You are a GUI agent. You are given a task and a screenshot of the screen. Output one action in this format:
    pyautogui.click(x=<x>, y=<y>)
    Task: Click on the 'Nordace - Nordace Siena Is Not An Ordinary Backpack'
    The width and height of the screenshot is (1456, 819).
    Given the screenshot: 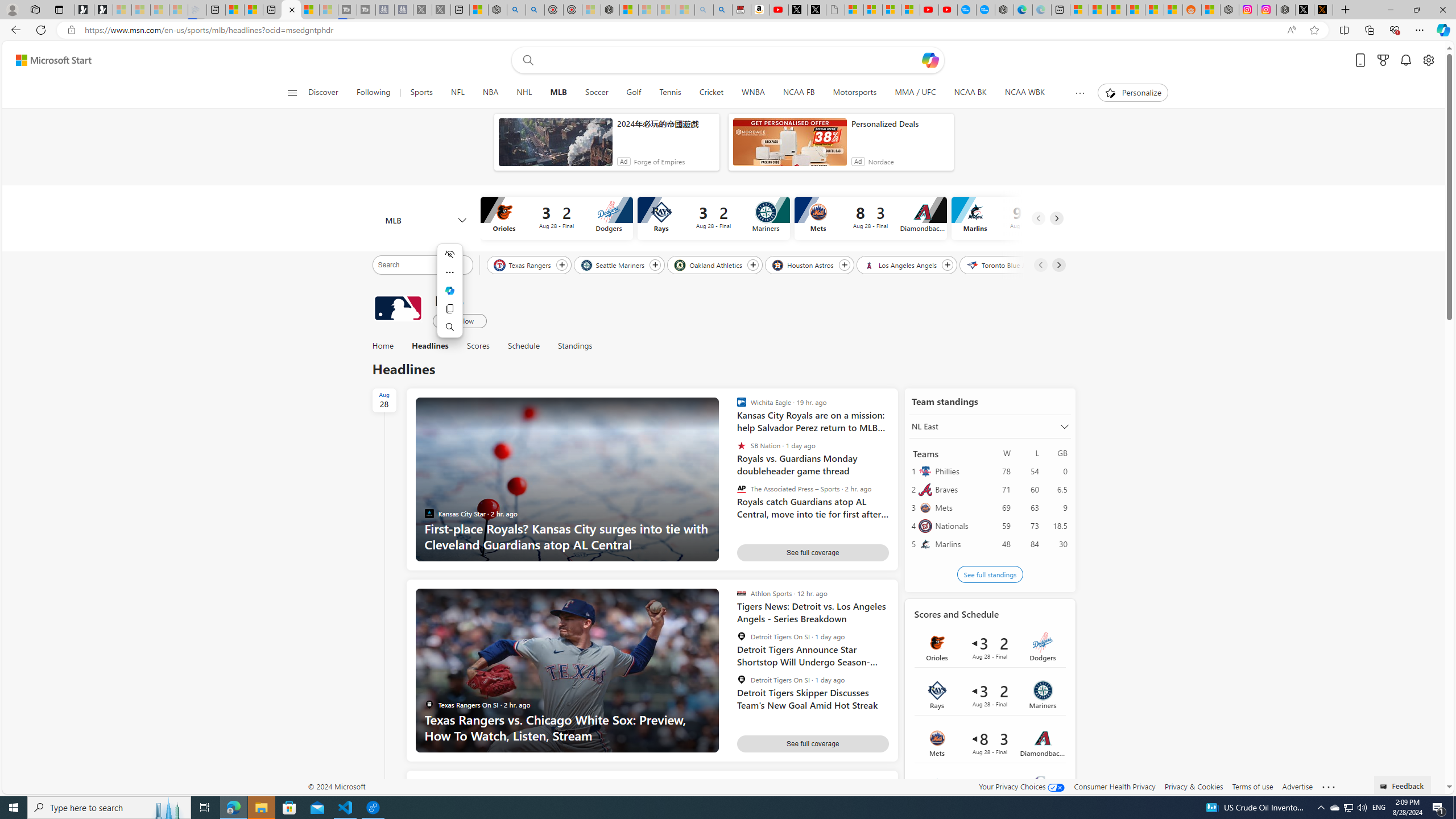 What is the action you would take?
    pyautogui.click(x=610, y=9)
    